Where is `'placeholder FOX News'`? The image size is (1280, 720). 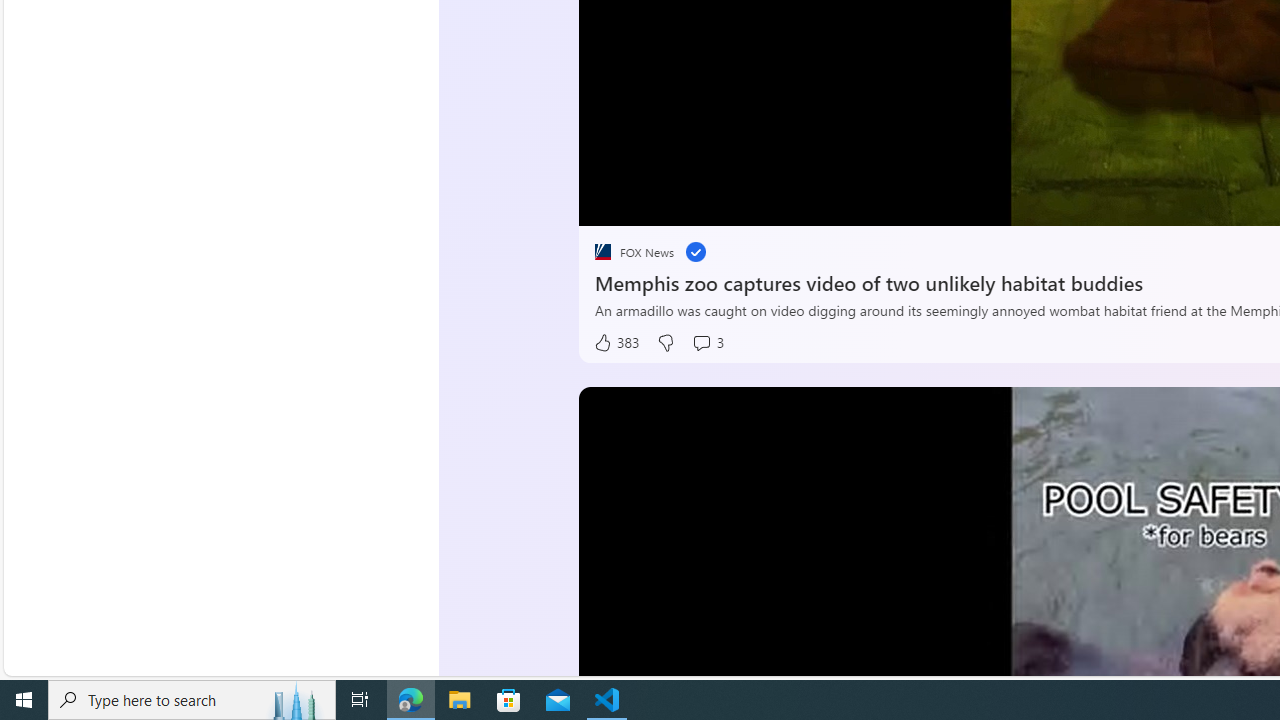 'placeholder FOX News' is located at coordinates (633, 251).